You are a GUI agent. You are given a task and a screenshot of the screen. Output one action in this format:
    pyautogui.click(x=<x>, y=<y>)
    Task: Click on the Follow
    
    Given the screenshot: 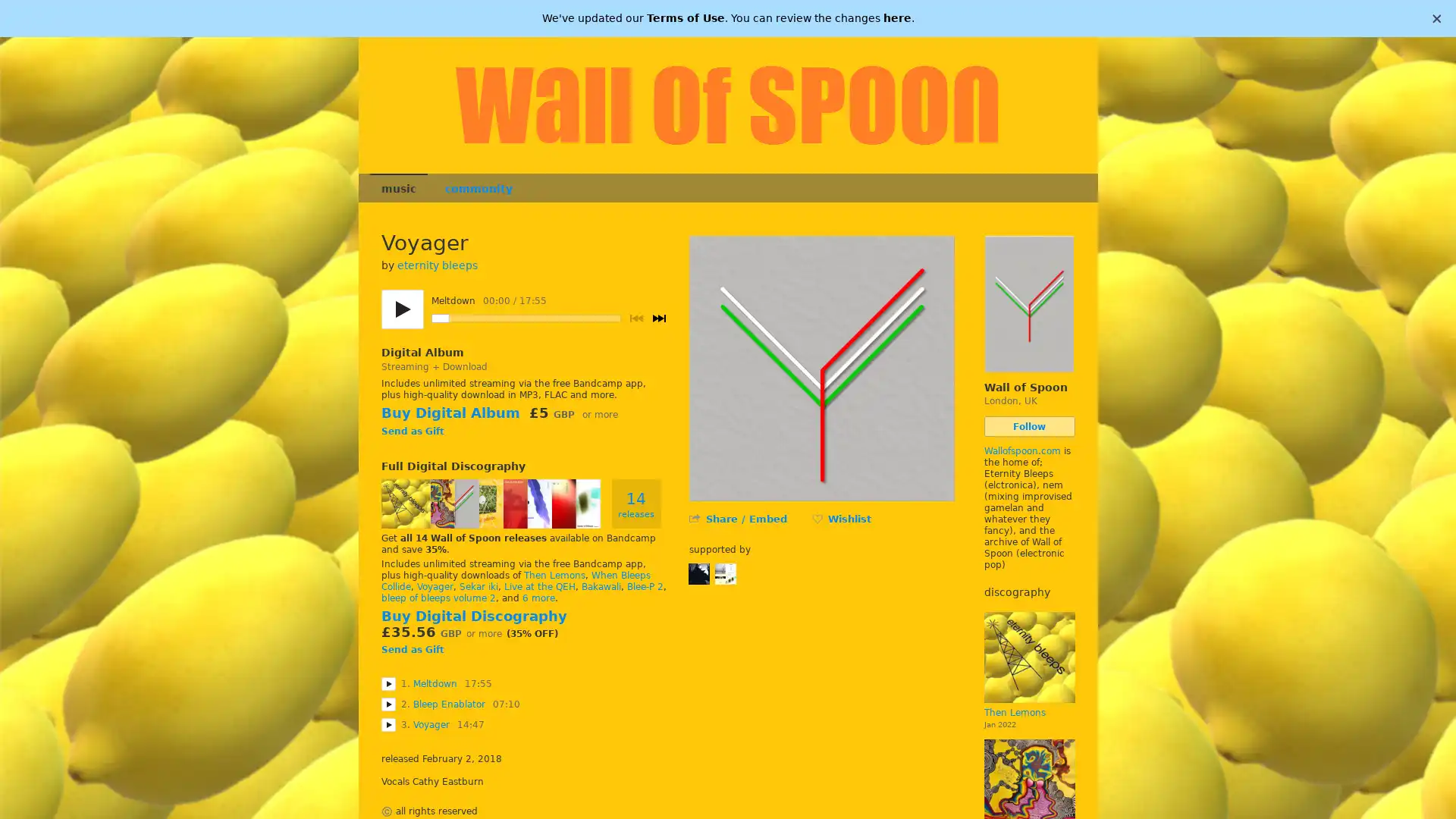 What is the action you would take?
    pyautogui.click(x=1029, y=426)
    